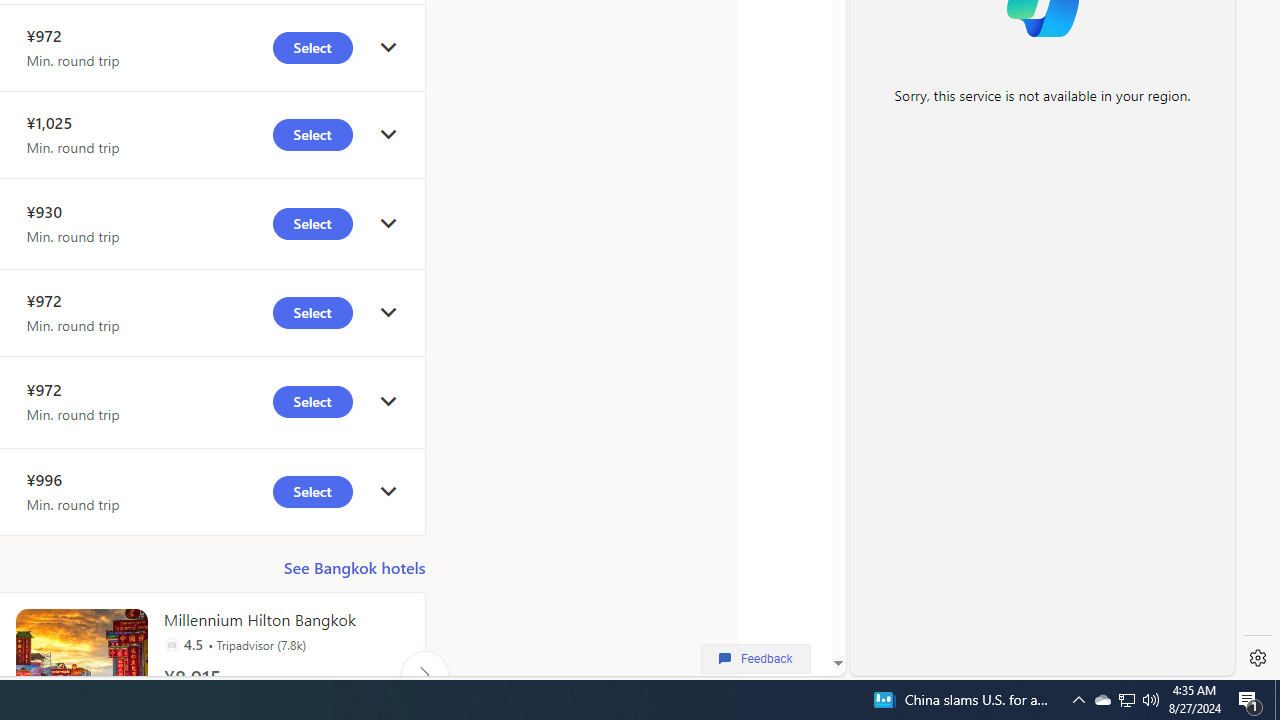 The image size is (1280, 720). I want to click on 'click to get details', so click(388, 491).